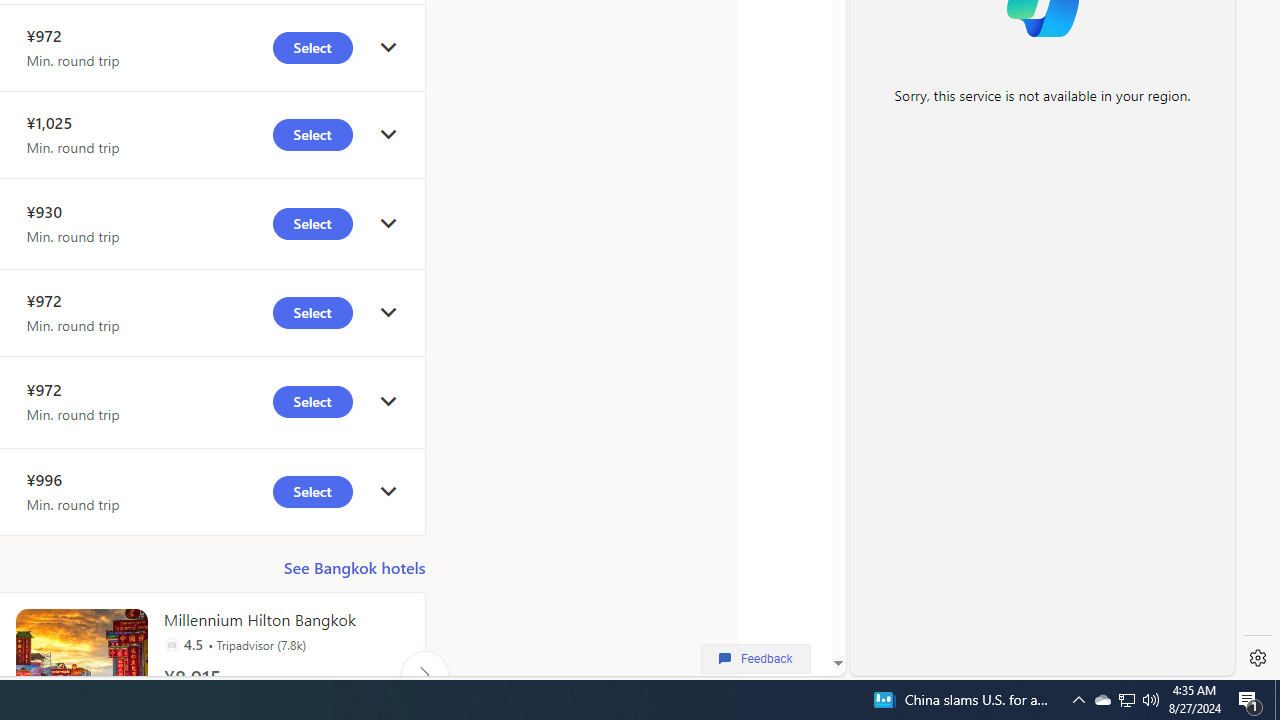 The image size is (1280, 720). I want to click on 'click to get details', so click(388, 491).